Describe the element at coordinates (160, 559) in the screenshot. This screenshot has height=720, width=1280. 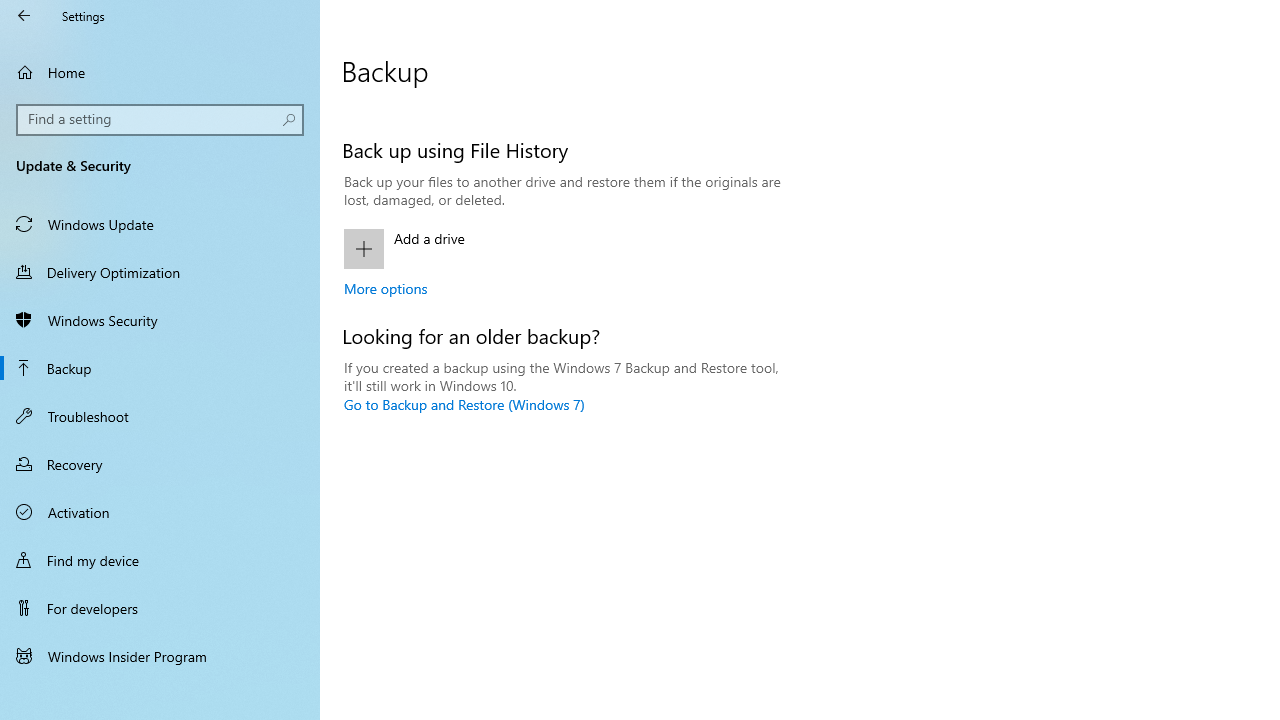
I see `'Find my device'` at that location.